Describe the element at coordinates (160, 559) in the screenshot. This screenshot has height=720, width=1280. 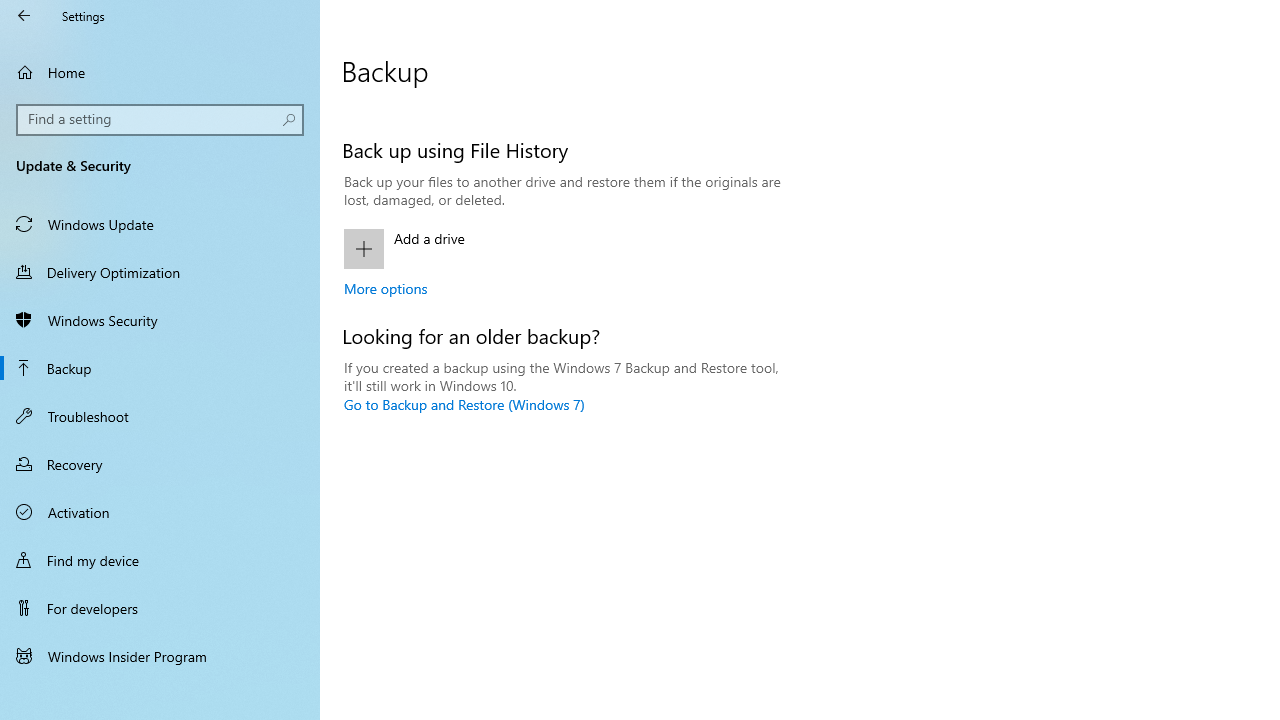
I see `'Find my device'` at that location.